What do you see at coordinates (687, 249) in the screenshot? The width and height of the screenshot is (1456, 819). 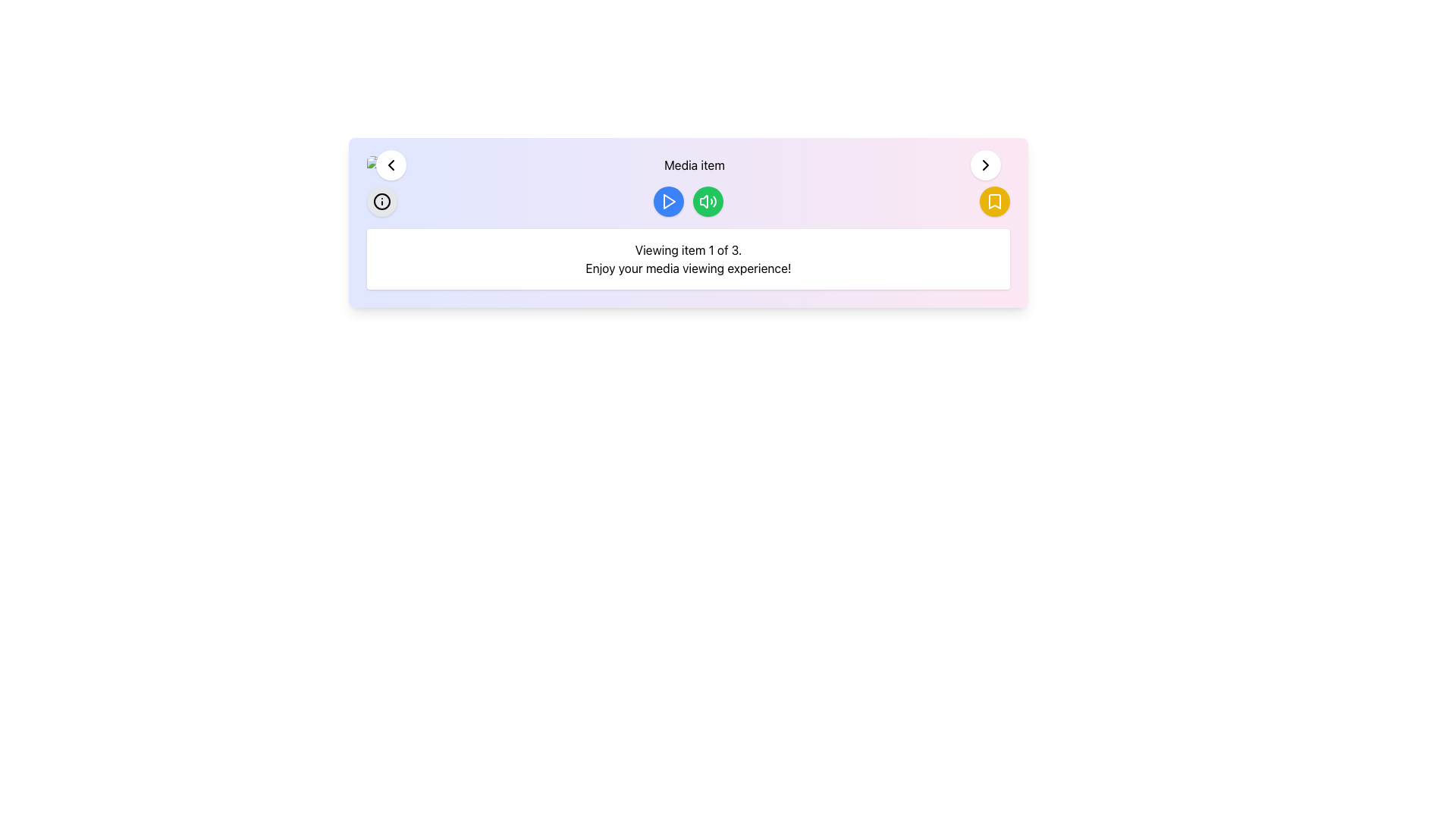 I see `progress information text label indicating that the user is viewing the first item out of a total of three, which is centrally located above the line of text 'Enjoy your media viewing experience!' and below the header 'Media Item'` at bounding box center [687, 249].